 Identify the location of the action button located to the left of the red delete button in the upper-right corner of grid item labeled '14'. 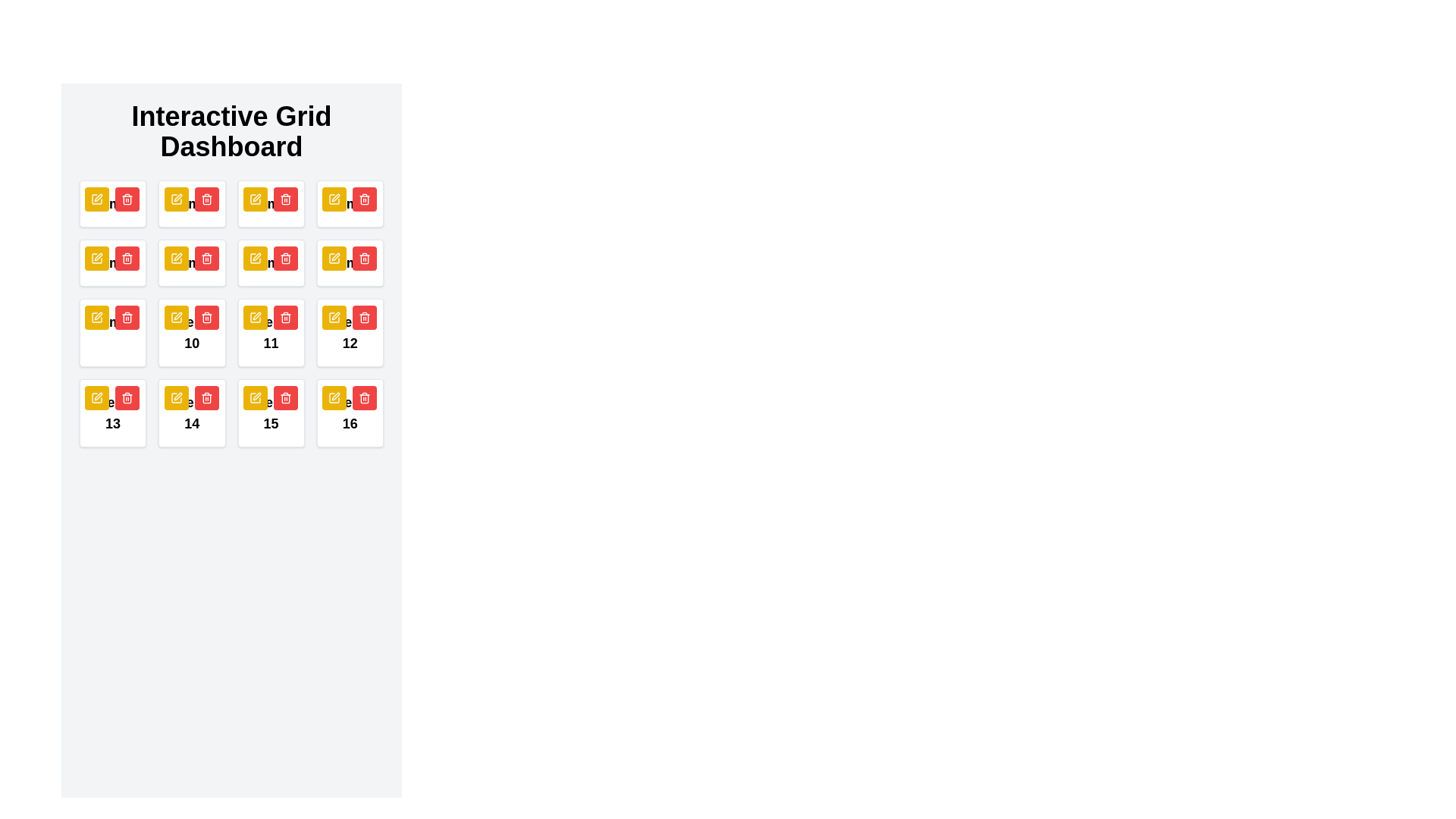
(176, 397).